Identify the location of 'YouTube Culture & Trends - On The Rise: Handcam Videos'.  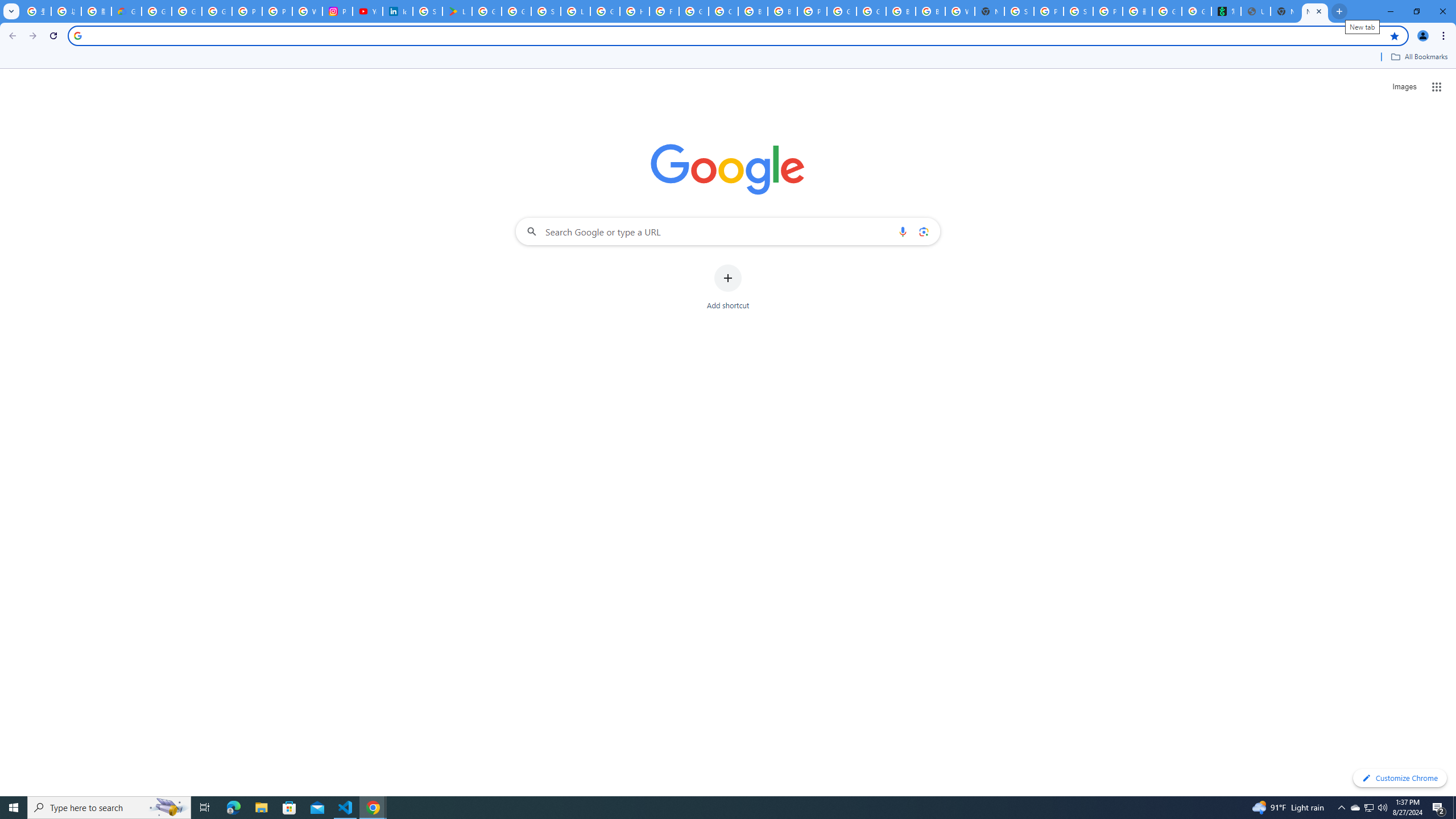
(367, 11).